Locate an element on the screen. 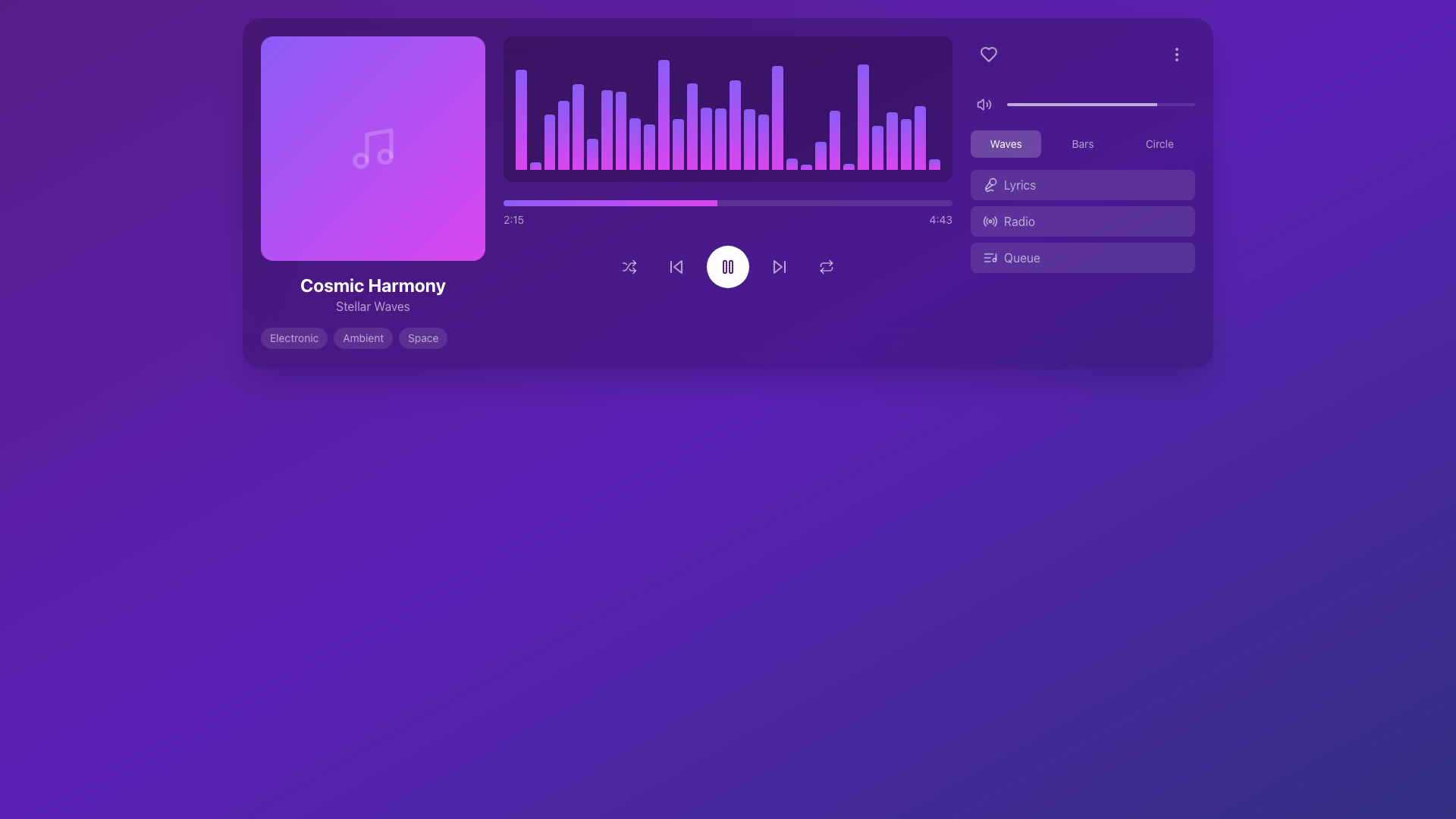  the progress bar is located at coordinates (732, 202).